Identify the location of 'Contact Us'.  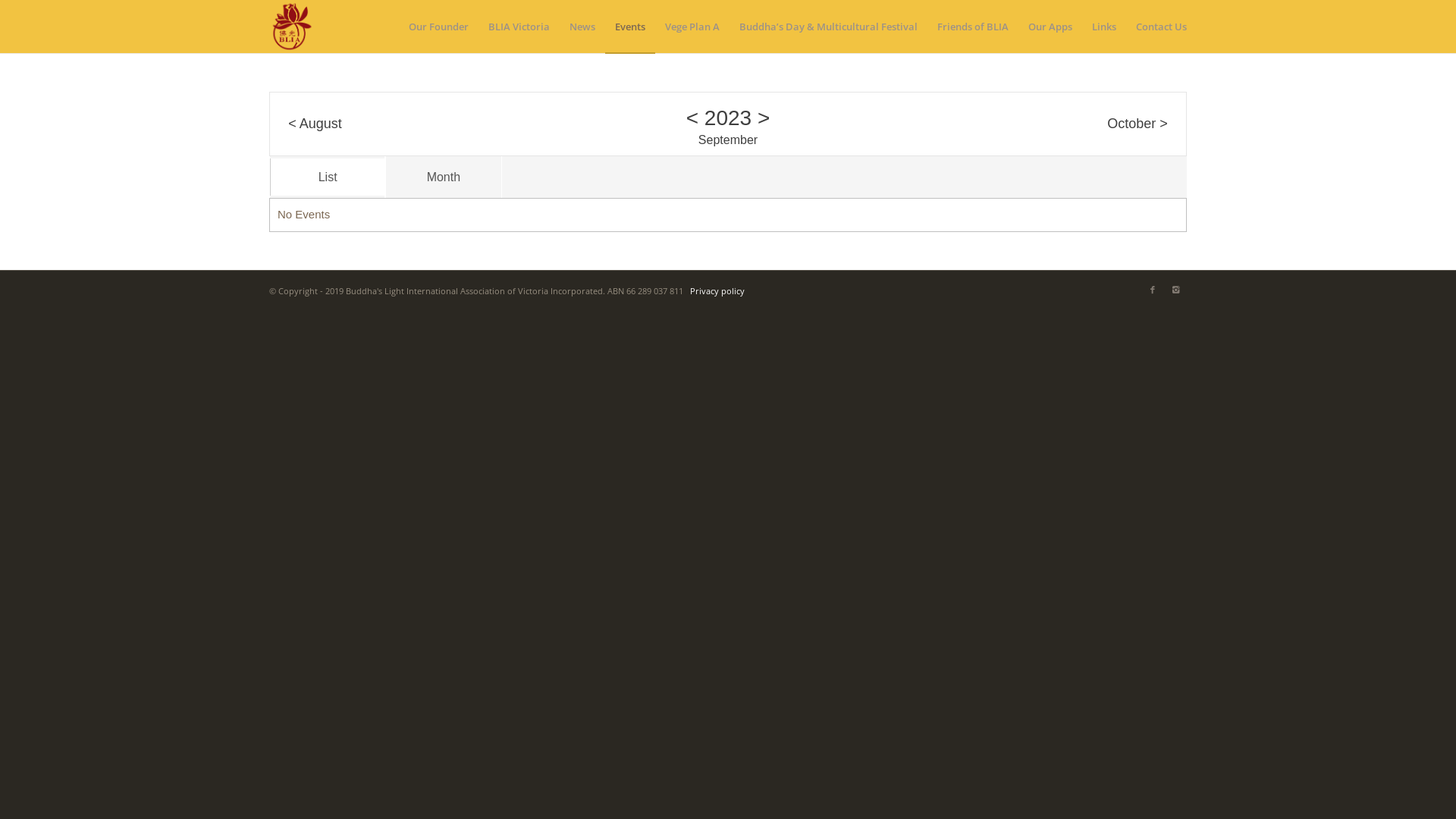
(1156, 26).